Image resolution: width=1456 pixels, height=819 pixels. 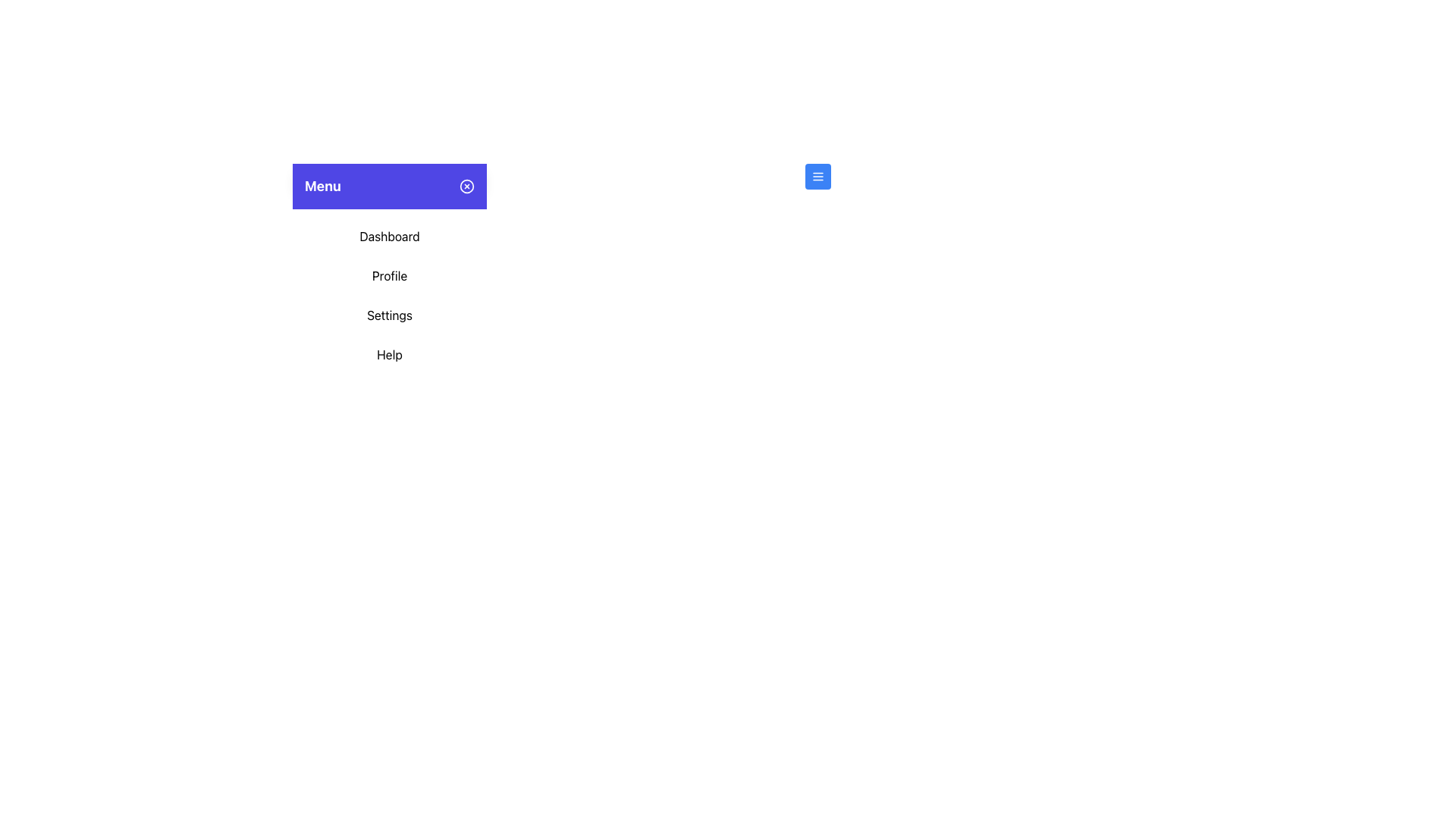 I want to click on the close icon button located in the top-right corner of the purple 'Menu' header, so click(x=466, y=186).